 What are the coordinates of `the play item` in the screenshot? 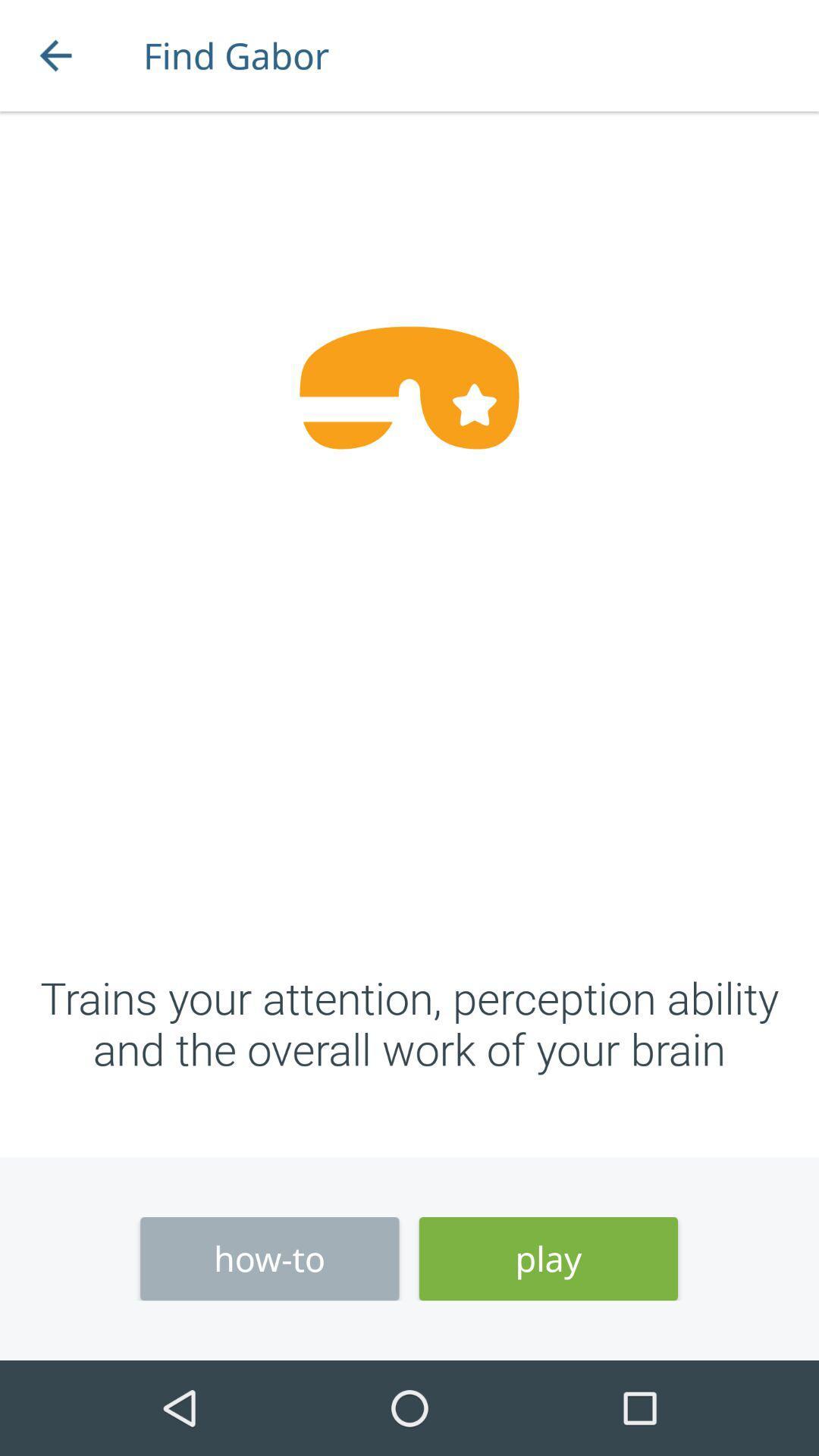 It's located at (548, 1259).